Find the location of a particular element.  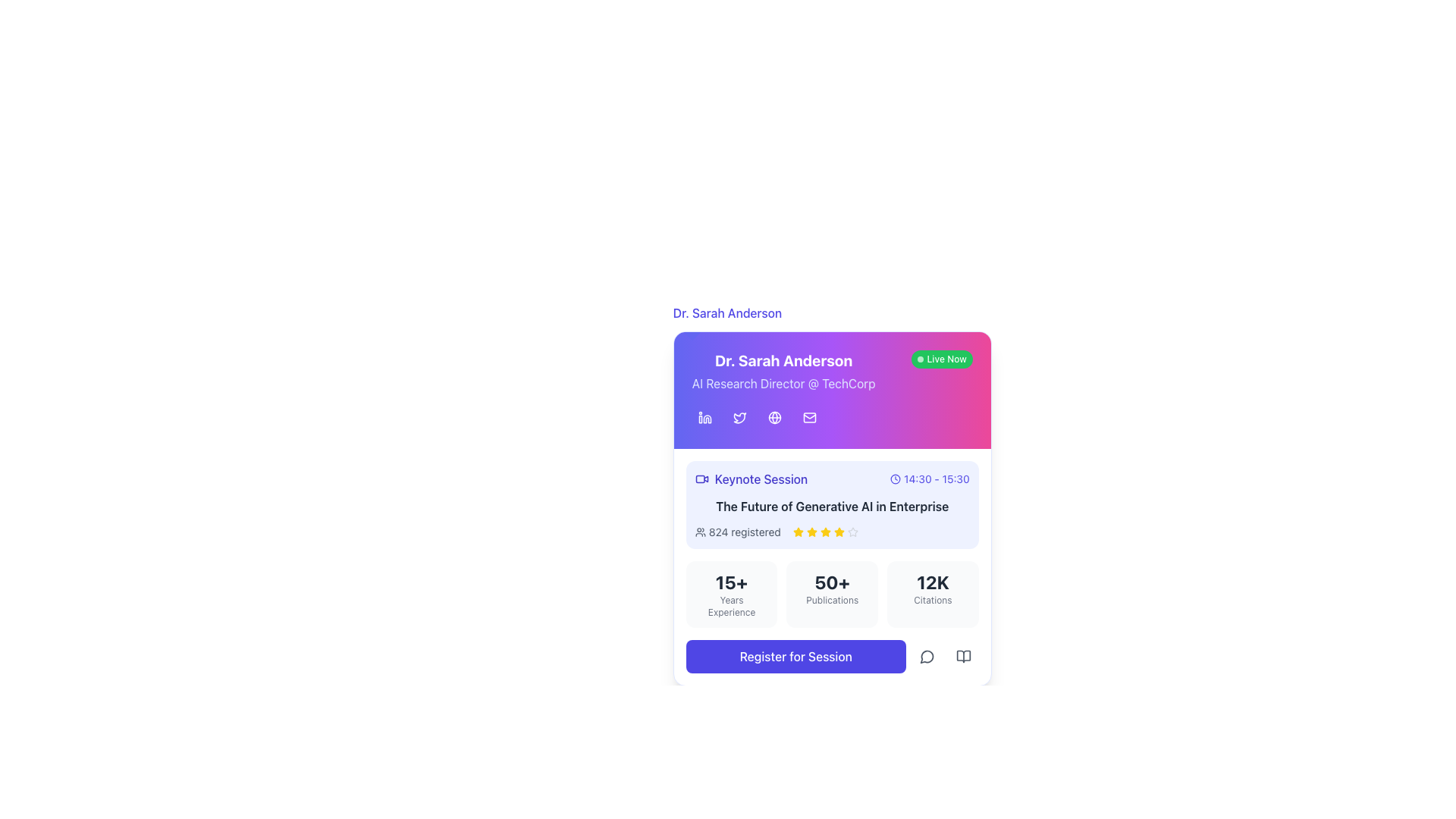

the rectangular button labeled 'Register for Session' with a blue background to trigger the hover effect is located at coordinates (831, 656).